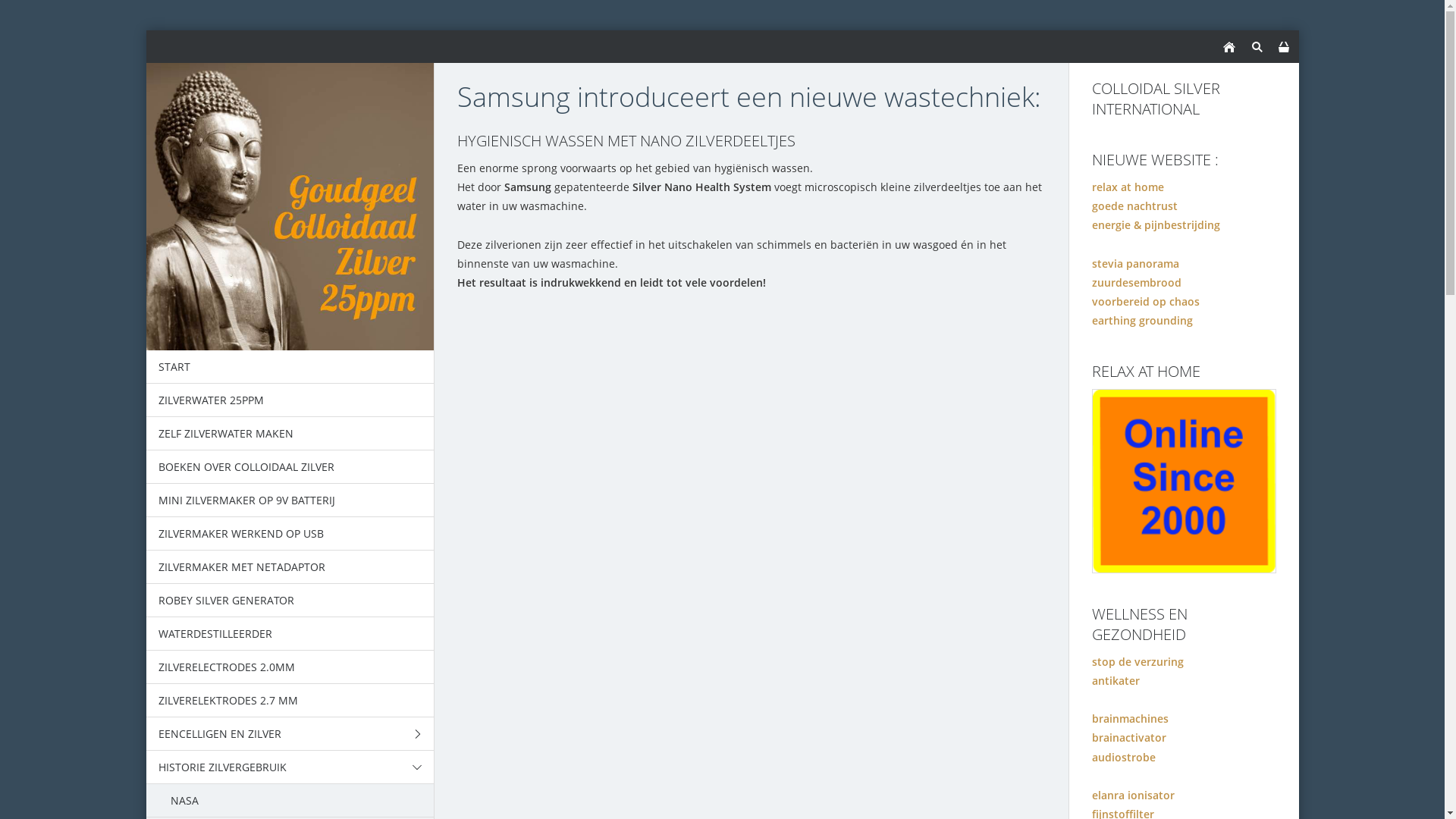 The height and width of the screenshot is (819, 1456). What do you see at coordinates (289, 466) in the screenshot?
I see `'BOEKEN OVER COLLOIDAAL ZILVER'` at bounding box center [289, 466].